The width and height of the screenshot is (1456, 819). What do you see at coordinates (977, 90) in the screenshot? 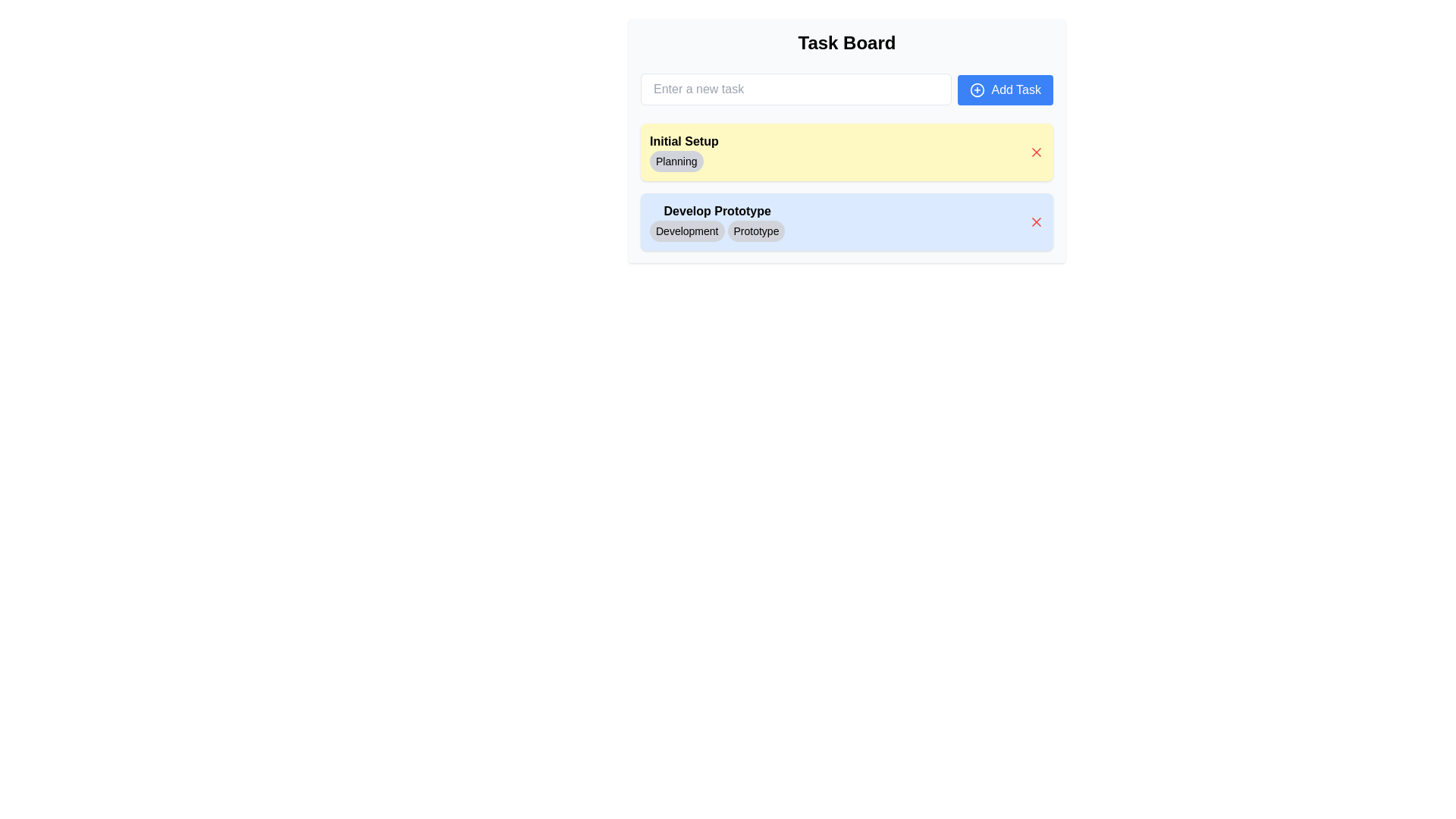
I see `the innermost circular component of the add-button icon located at the top-right corner of the task board interface` at bounding box center [977, 90].